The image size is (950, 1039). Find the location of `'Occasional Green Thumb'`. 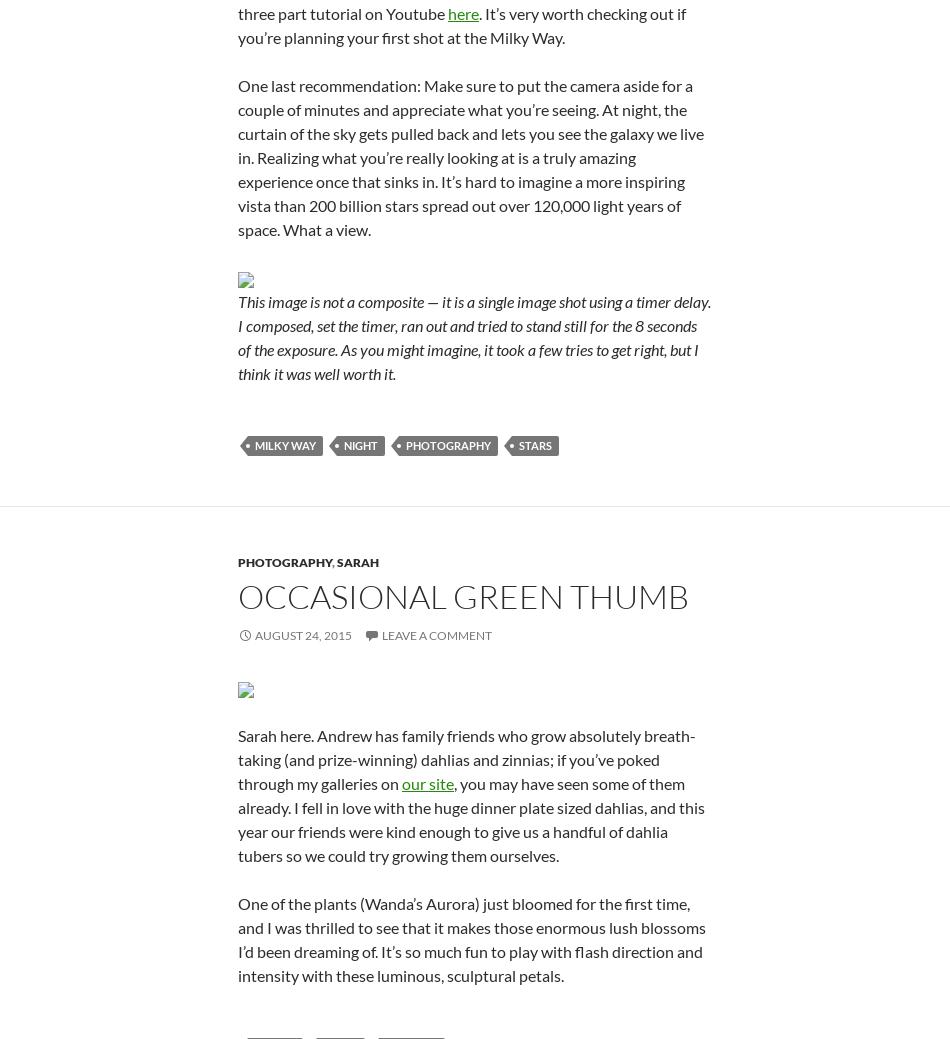

'Occasional Green Thumb' is located at coordinates (462, 595).